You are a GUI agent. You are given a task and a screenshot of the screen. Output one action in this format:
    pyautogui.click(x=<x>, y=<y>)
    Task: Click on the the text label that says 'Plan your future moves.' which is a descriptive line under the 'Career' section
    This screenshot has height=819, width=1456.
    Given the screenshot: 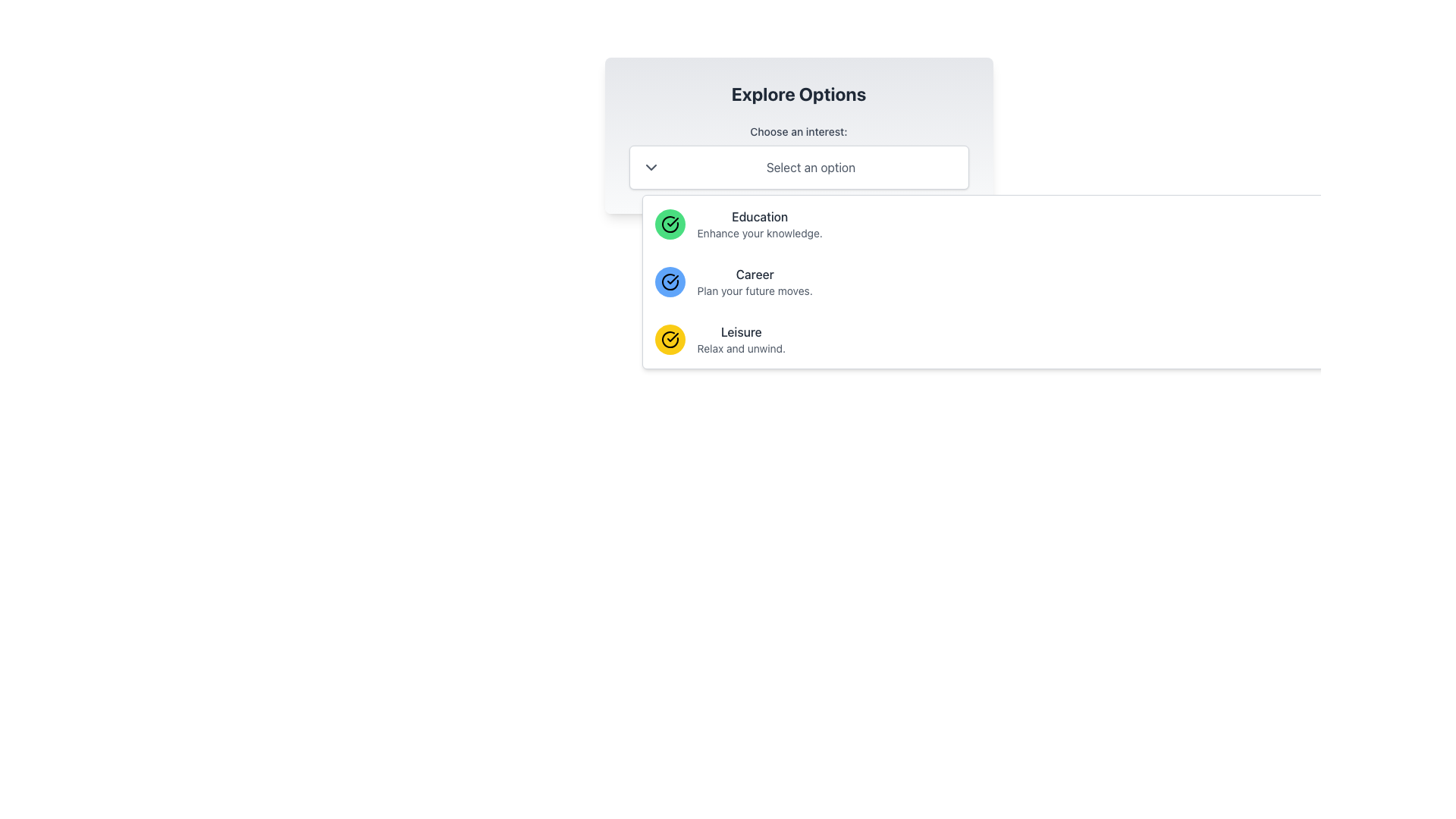 What is the action you would take?
    pyautogui.click(x=755, y=291)
    